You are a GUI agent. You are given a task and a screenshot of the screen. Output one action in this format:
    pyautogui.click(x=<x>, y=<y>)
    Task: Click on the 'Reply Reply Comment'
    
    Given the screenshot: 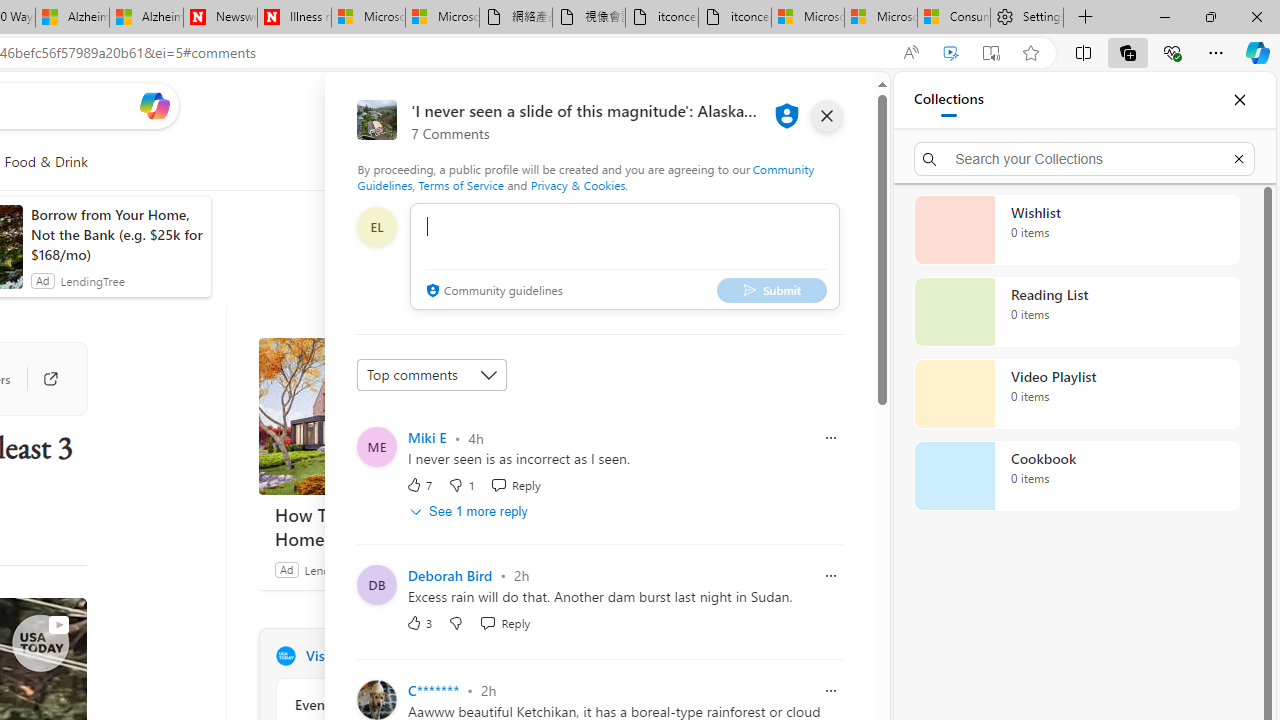 What is the action you would take?
    pyautogui.click(x=505, y=621)
    